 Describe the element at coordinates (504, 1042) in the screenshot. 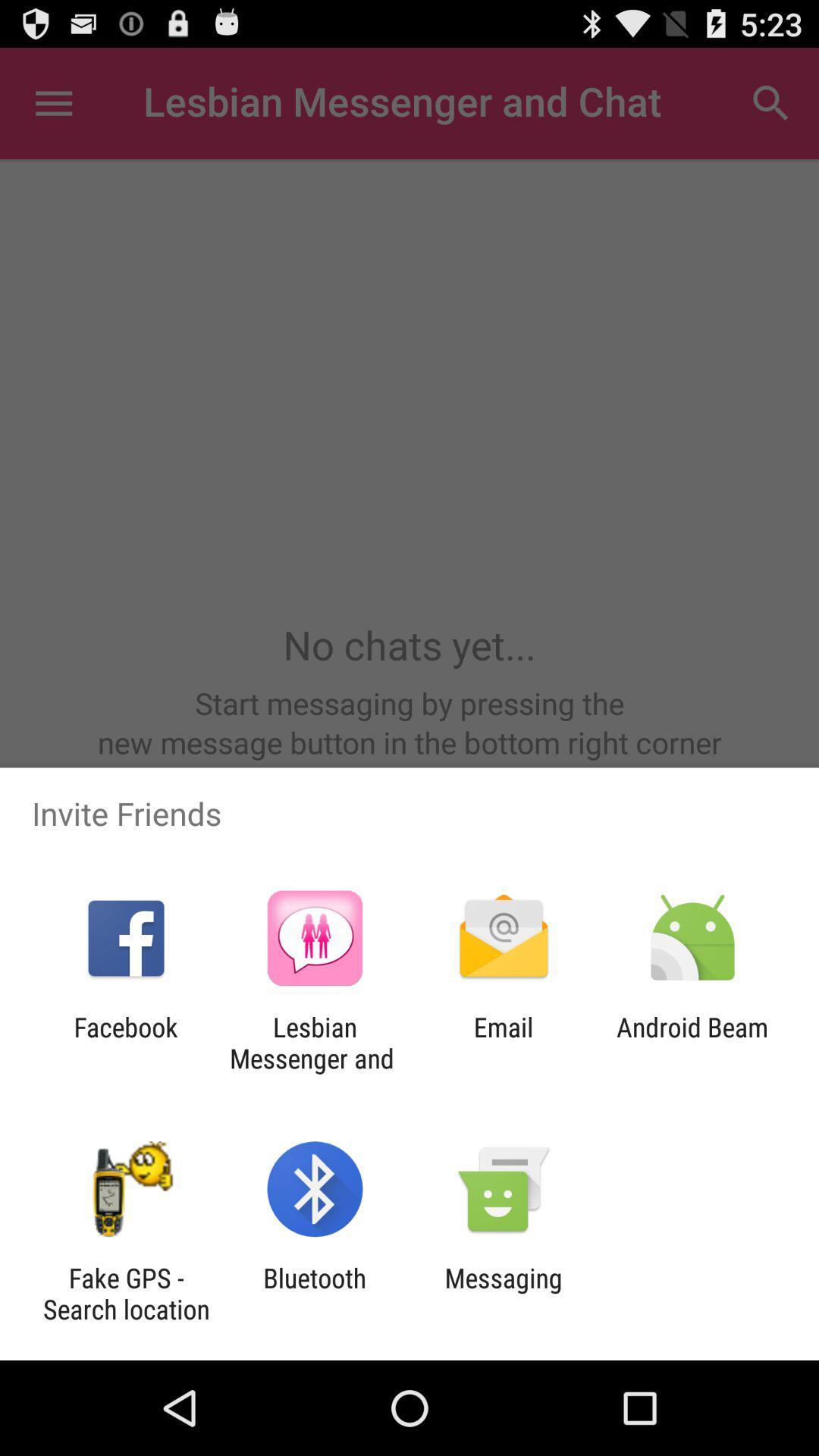

I see `app next to android beam icon` at that location.